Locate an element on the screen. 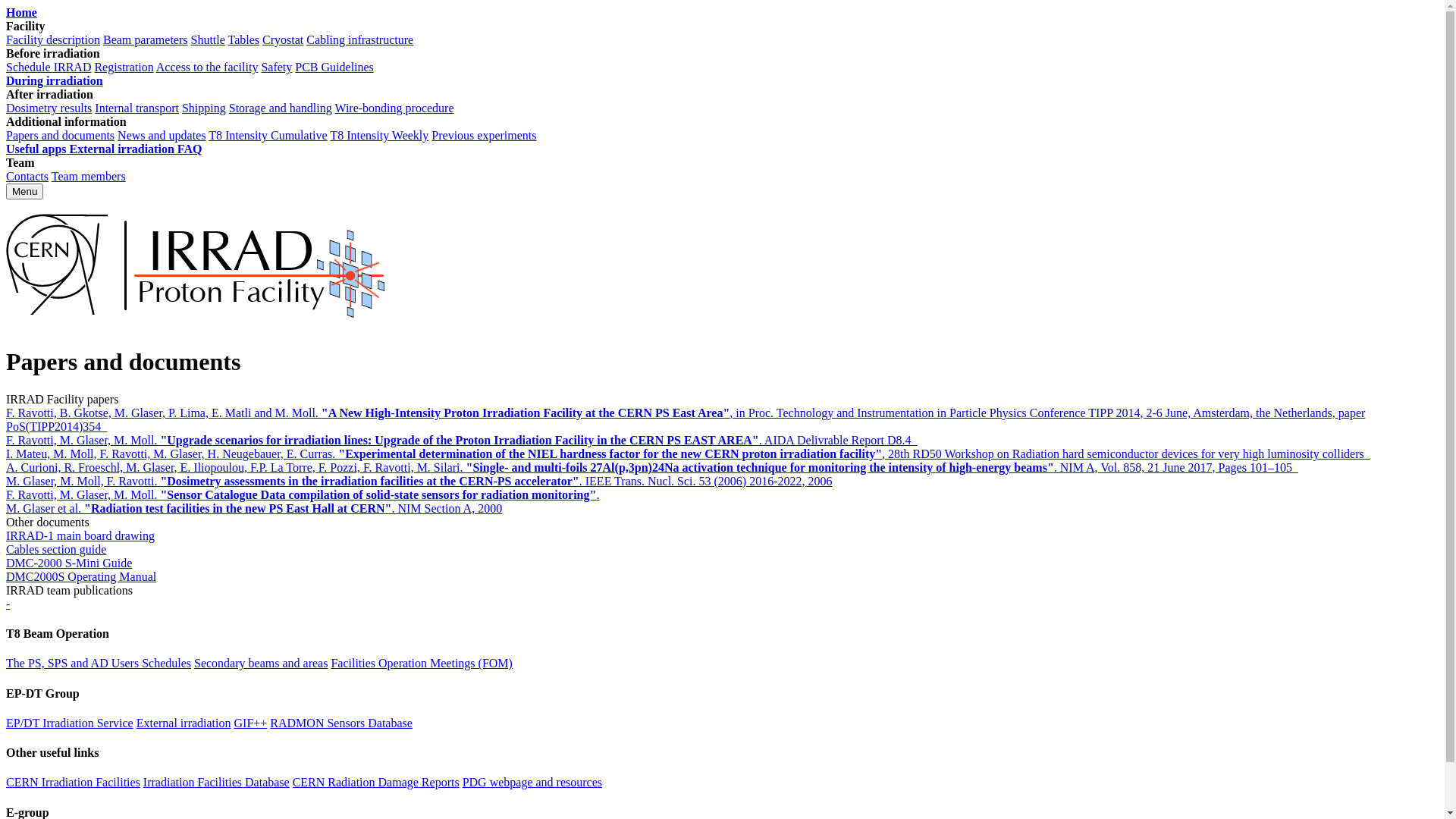 Image resolution: width=1456 pixels, height=819 pixels. 'Useful apps' is located at coordinates (6, 149).